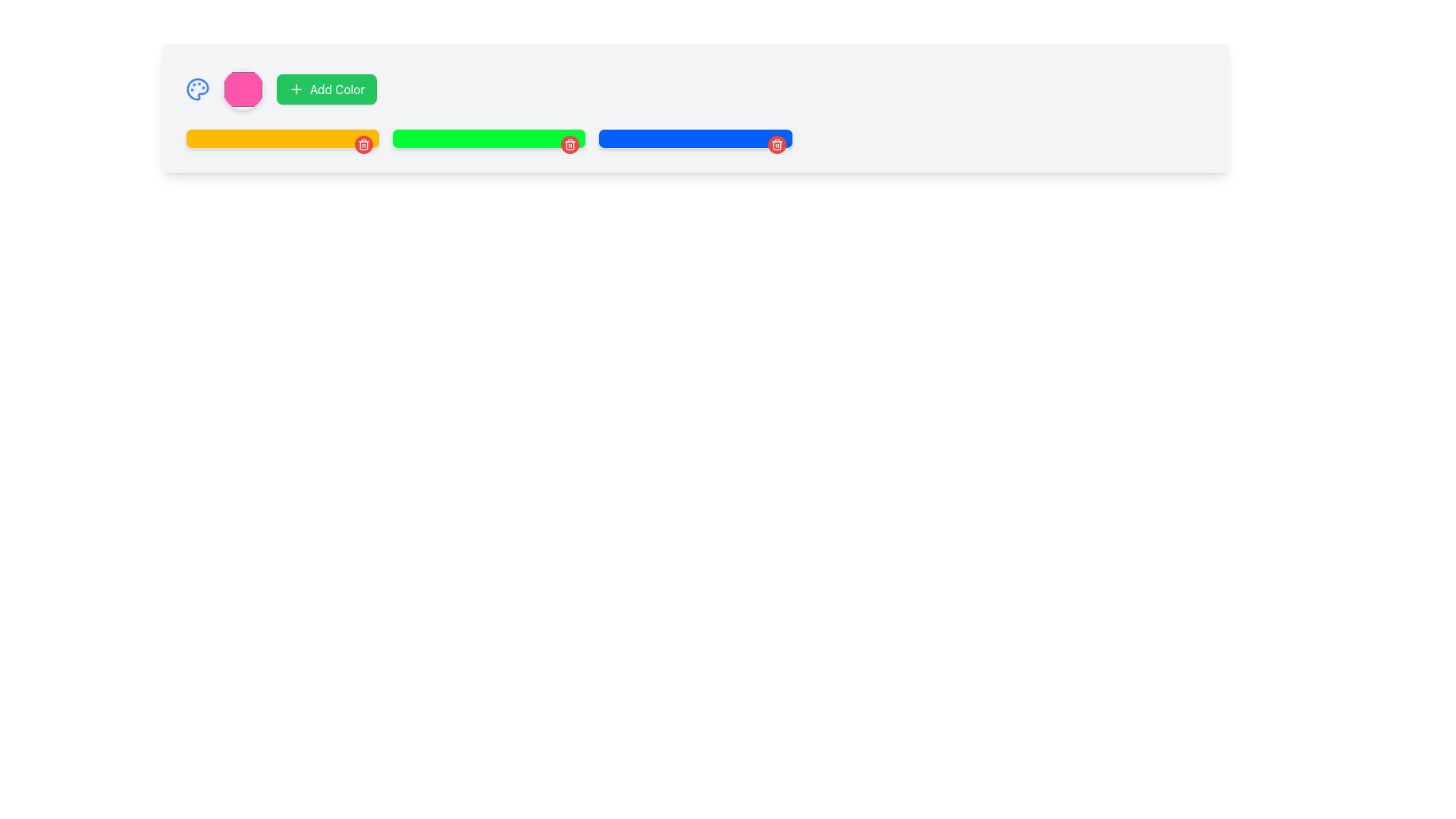  Describe the element at coordinates (296, 89) in the screenshot. I see `the green circular icon with a white plus symbol located on the left side of the 'Add Color' button` at that location.